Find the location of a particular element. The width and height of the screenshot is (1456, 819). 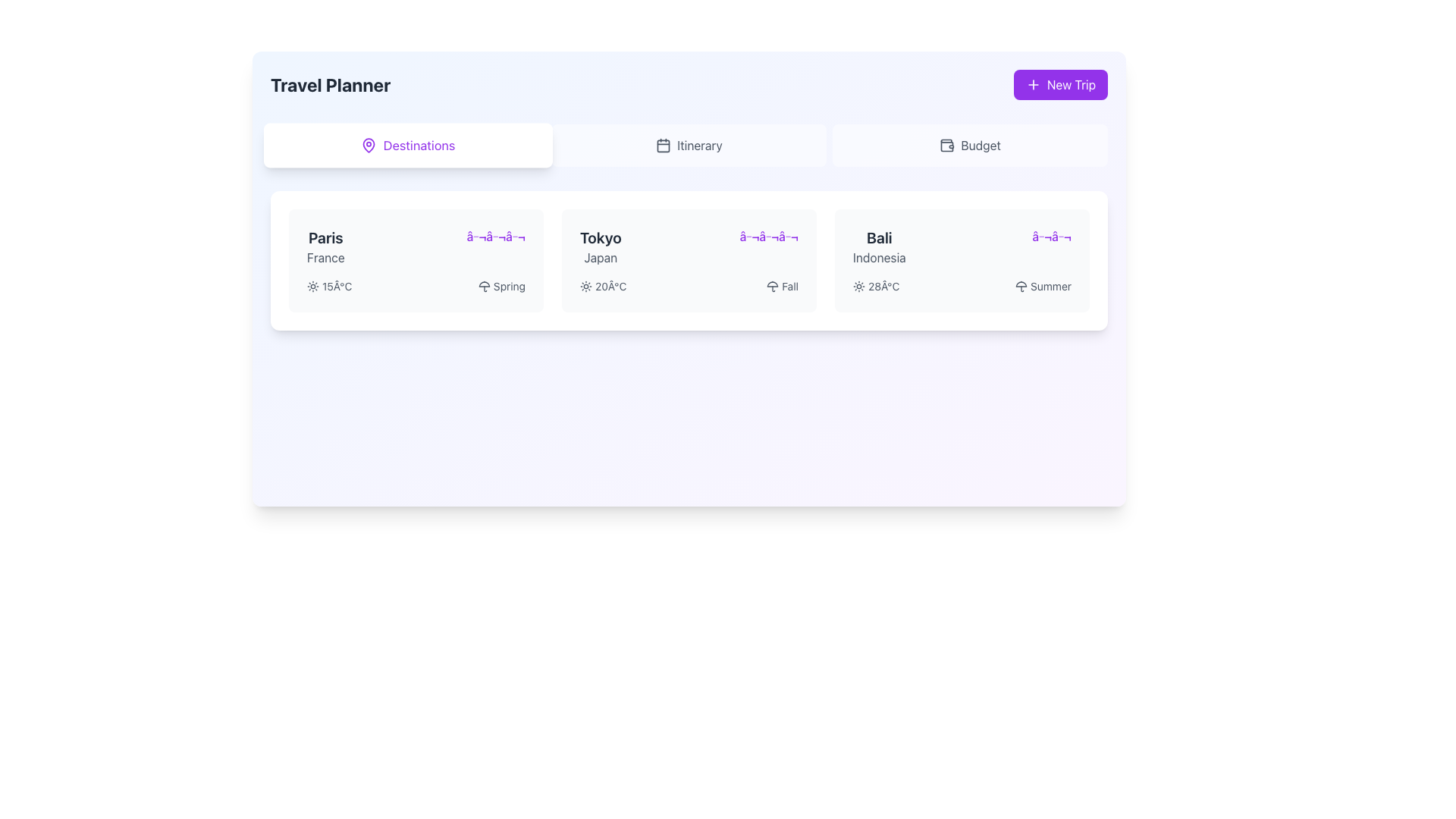

the Icon graphic that signifies a location or destination in the 'Destinations' section of the navigation bar is located at coordinates (369, 146).